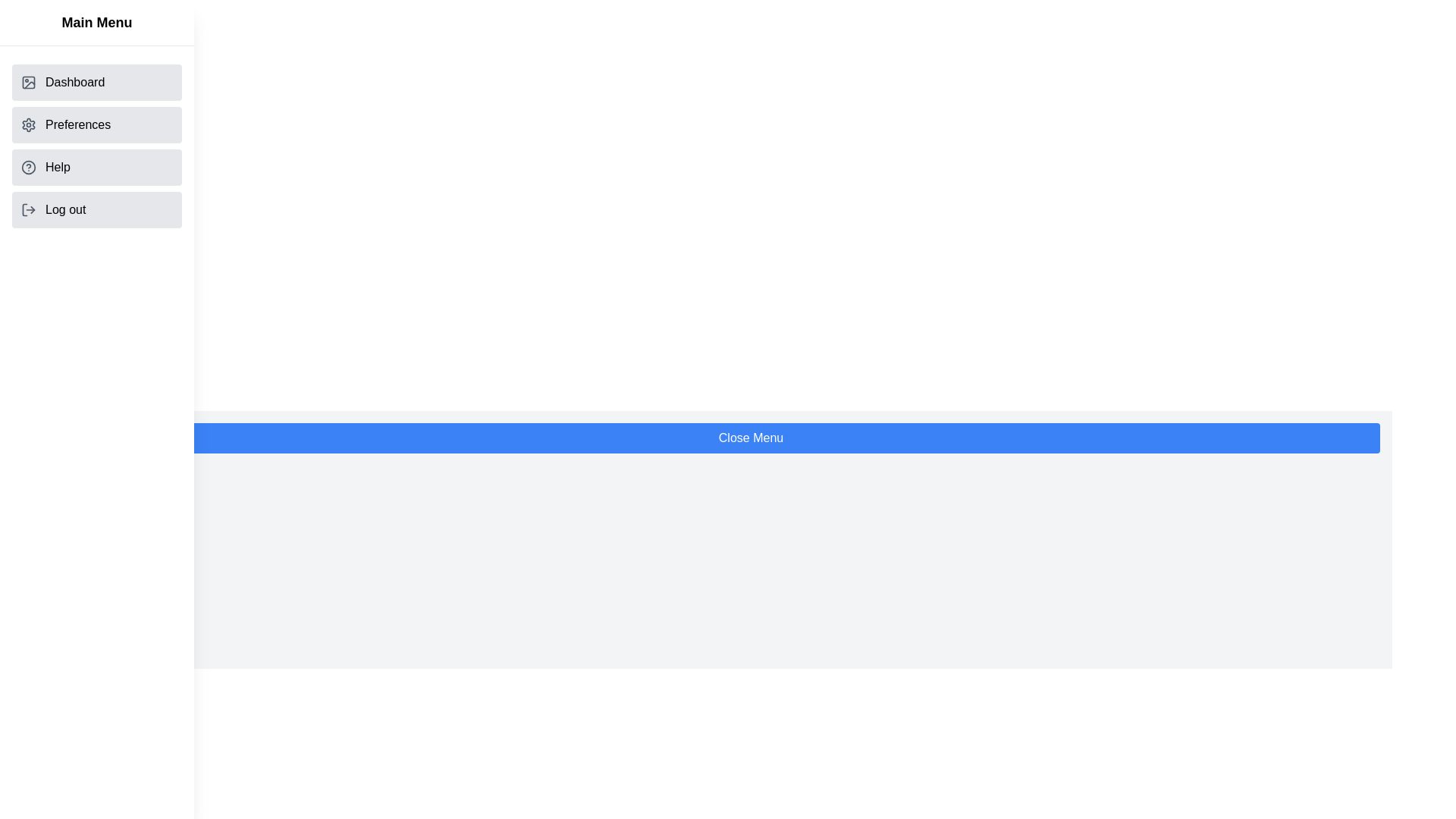 The height and width of the screenshot is (819, 1456). What do you see at coordinates (96, 124) in the screenshot?
I see `the 'Preferences' option in the menu` at bounding box center [96, 124].